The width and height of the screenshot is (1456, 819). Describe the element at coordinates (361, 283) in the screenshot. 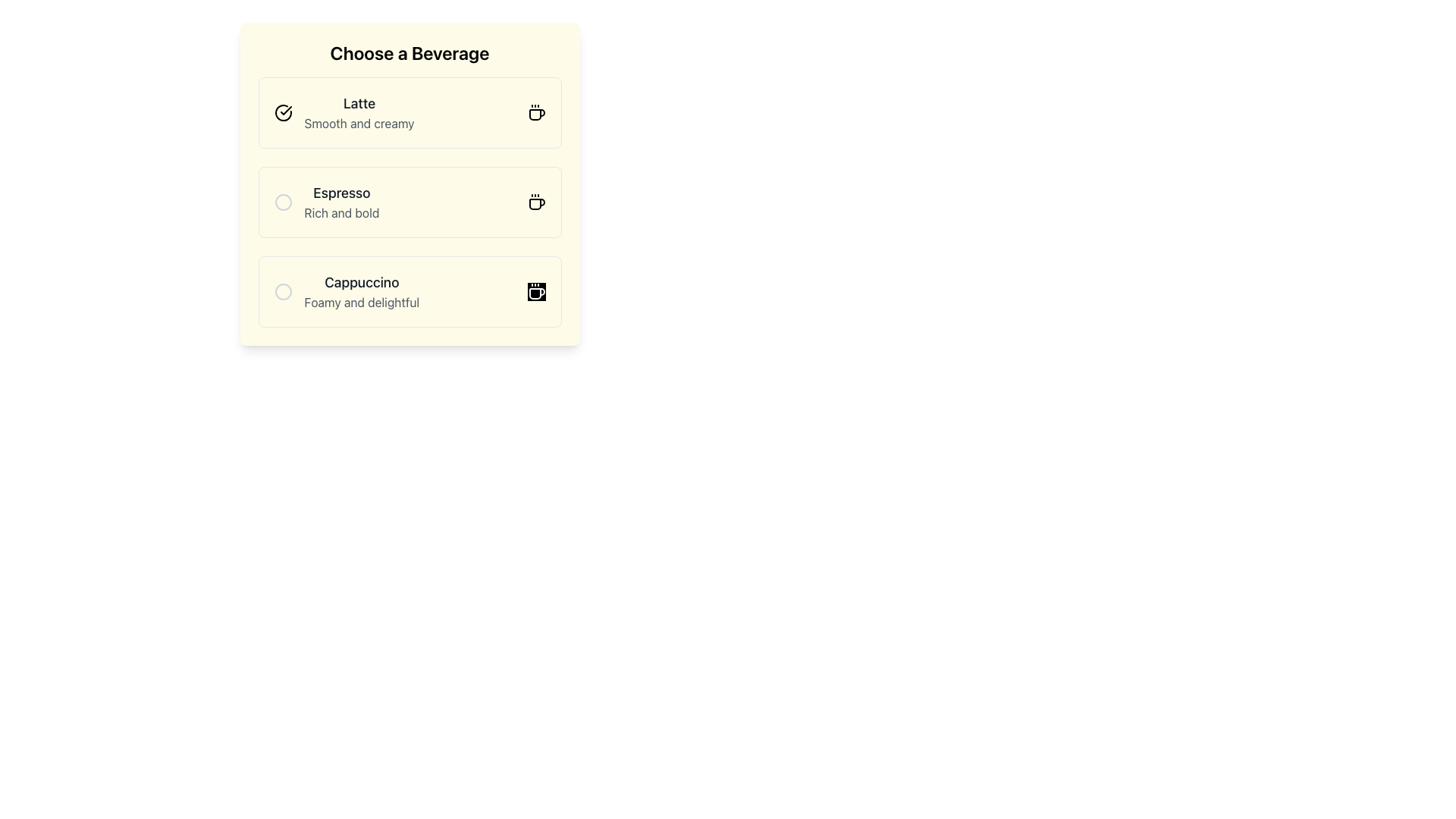

I see `text content of the 'Cappuccino' Text Label located on the third listing of the beverage selection interface, above the description 'Foamy and delightful' and to the left of the coffee cup icon` at that location.